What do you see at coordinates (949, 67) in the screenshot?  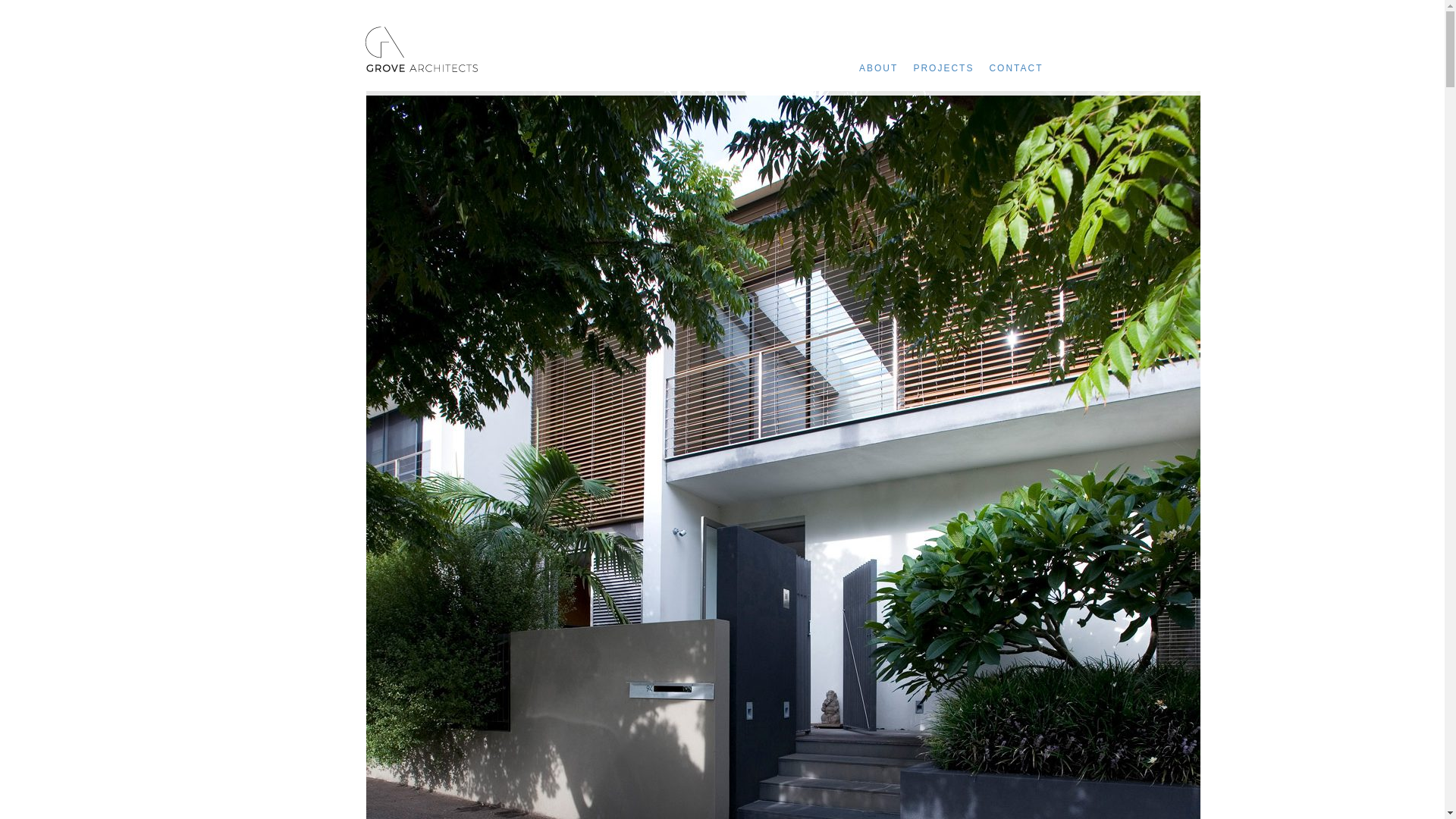 I see `'PROJECTS'` at bounding box center [949, 67].